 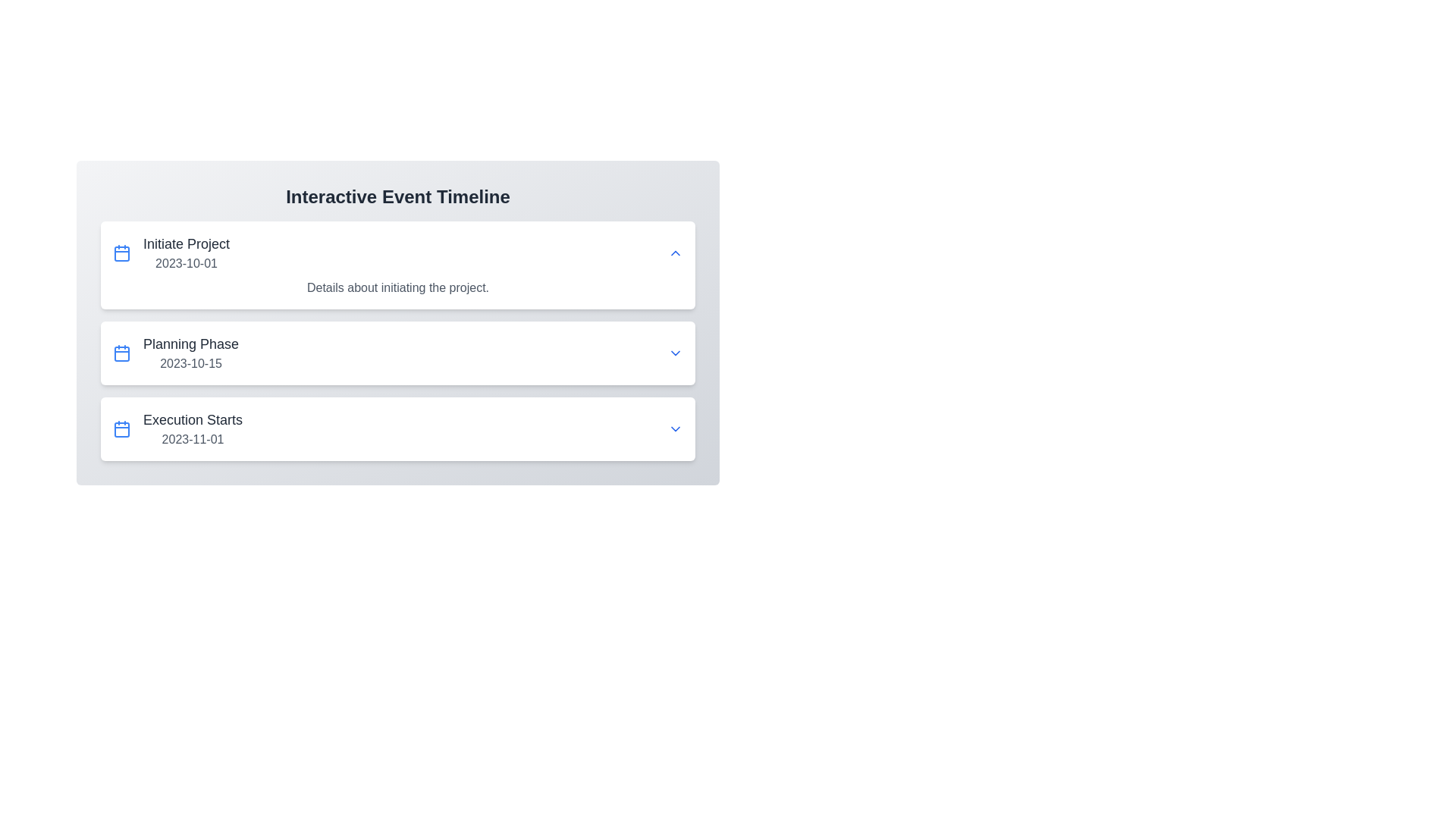 I want to click on the calendar icon located on the left side of the row displaying 'Execution Starts' and '2023-11-01', which serves as a visual indicator for the associated date, so click(x=122, y=429).